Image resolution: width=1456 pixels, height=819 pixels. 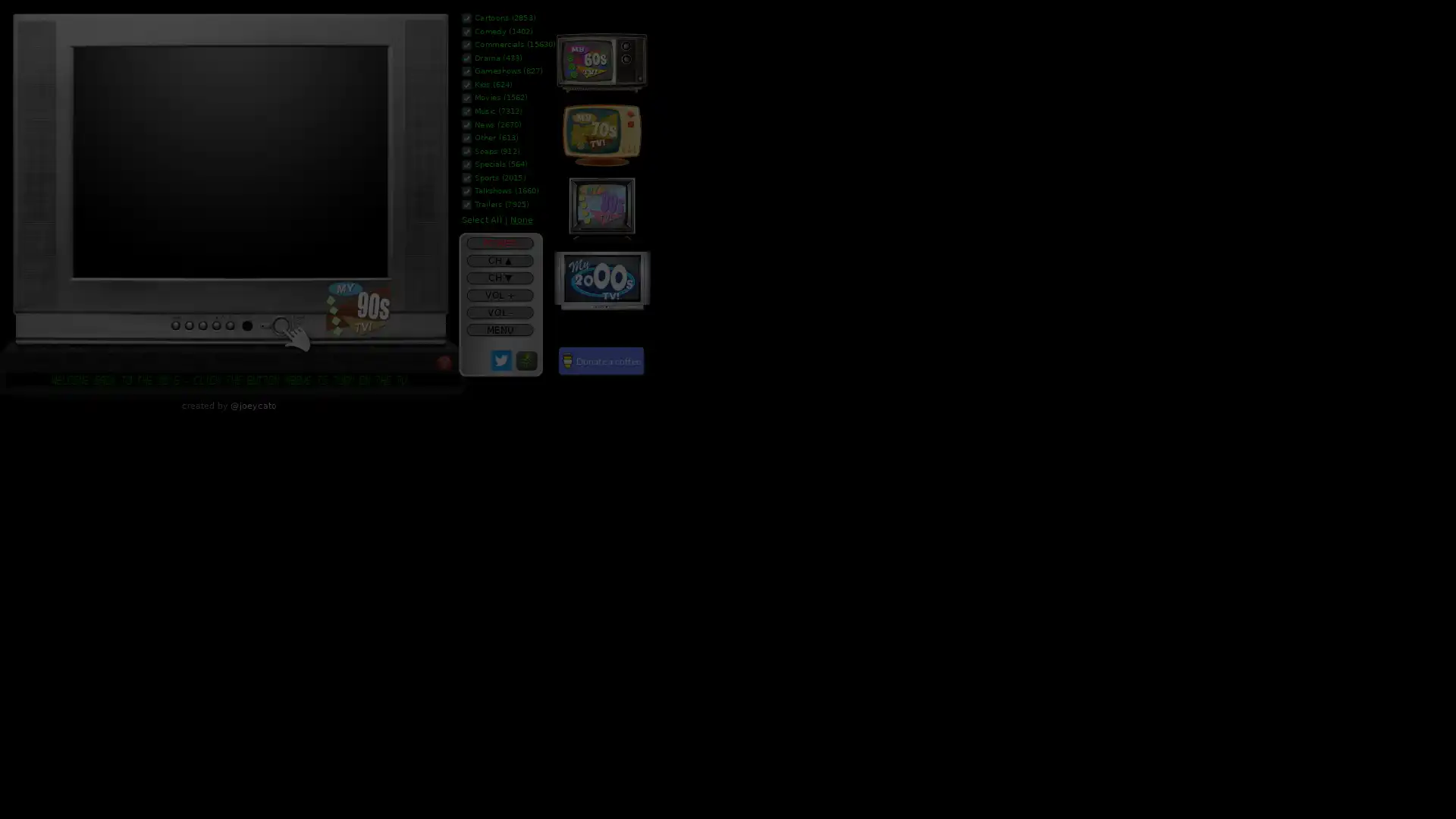 What do you see at coordinates (499, 242) in the screenshot?
I see `POWER` at bounding box center [499, 242].